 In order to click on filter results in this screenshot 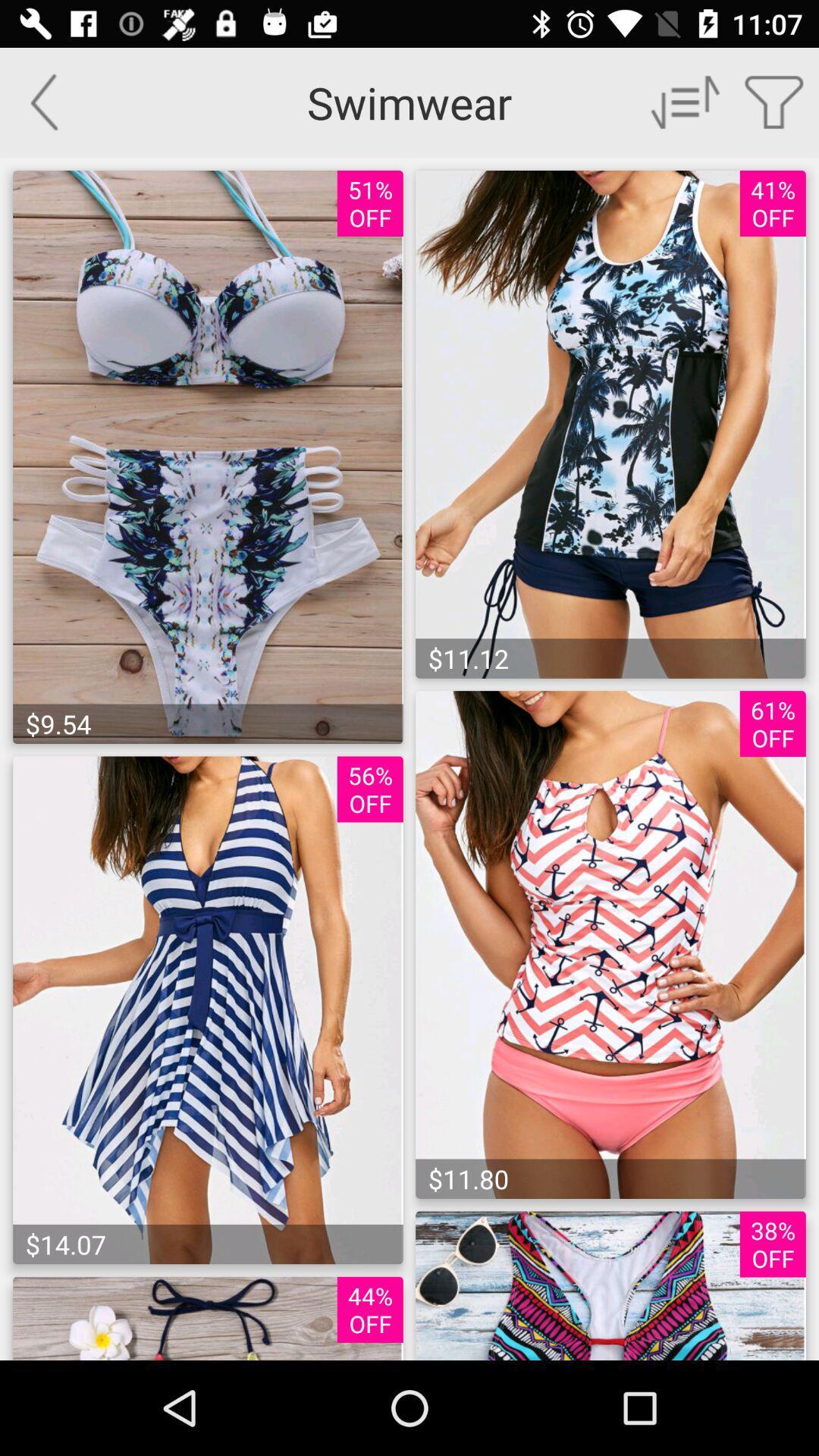, I will do `click(774, 101)`.